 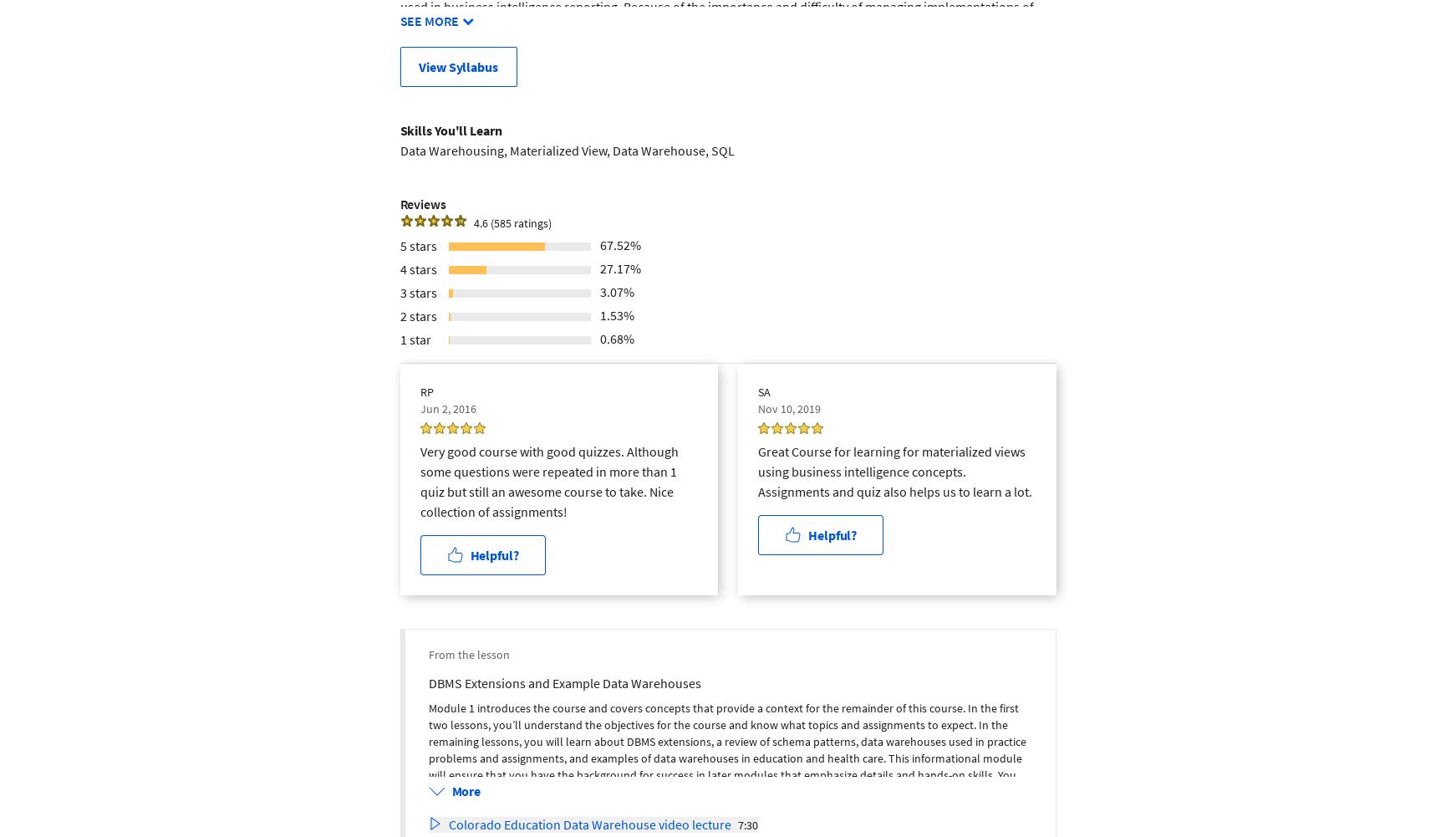 What do you see at coordinates (616, 313) in the screenshot?
I see `'1.53%'` at bounding box center [616, 313].